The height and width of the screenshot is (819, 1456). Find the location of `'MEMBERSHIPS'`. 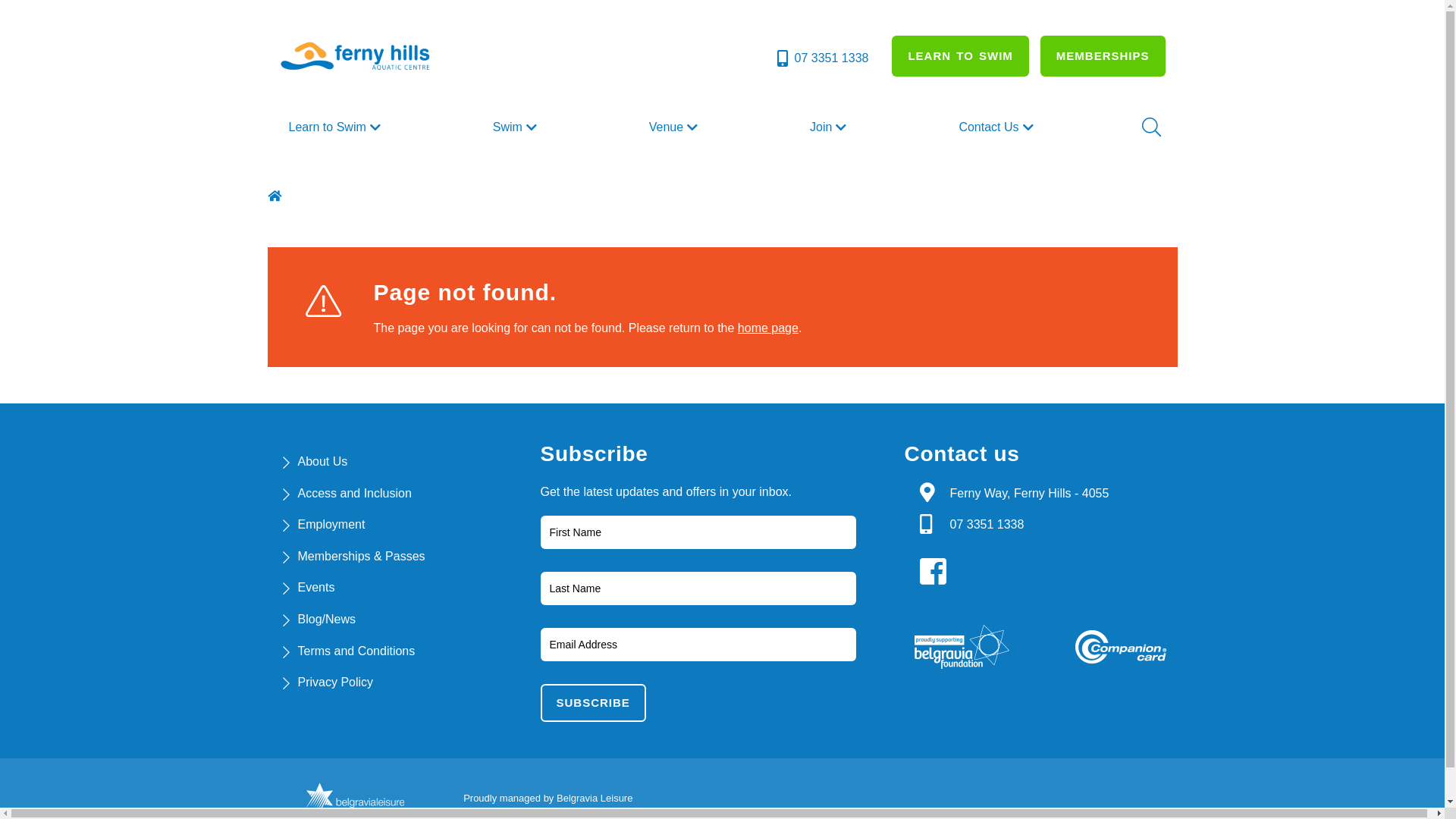

'MEMBERSHIPS' is located at coordinates (1103, 55).